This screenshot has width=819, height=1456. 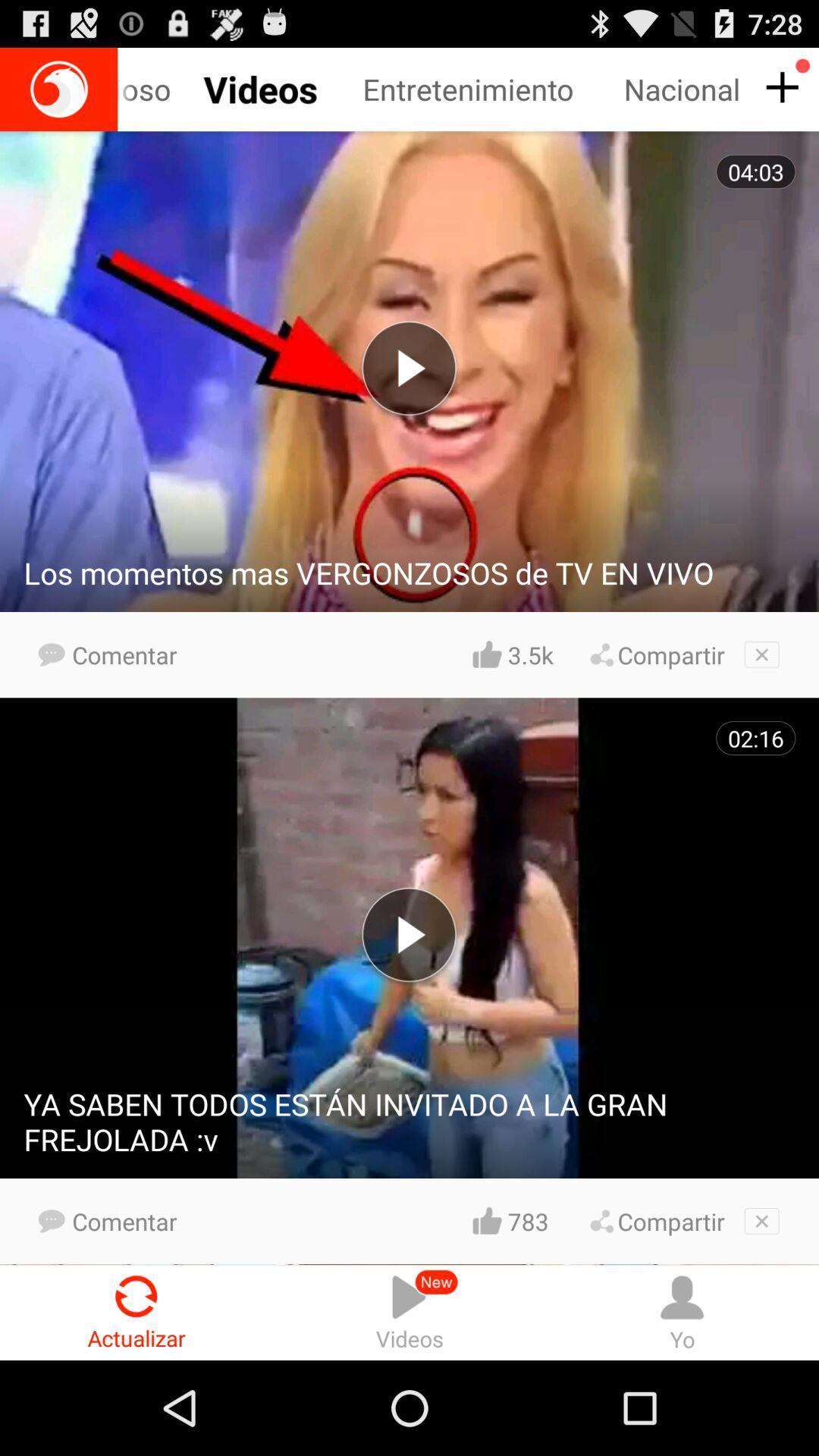 I want to click on icon above the videos item, so click(x=529, y=1221).